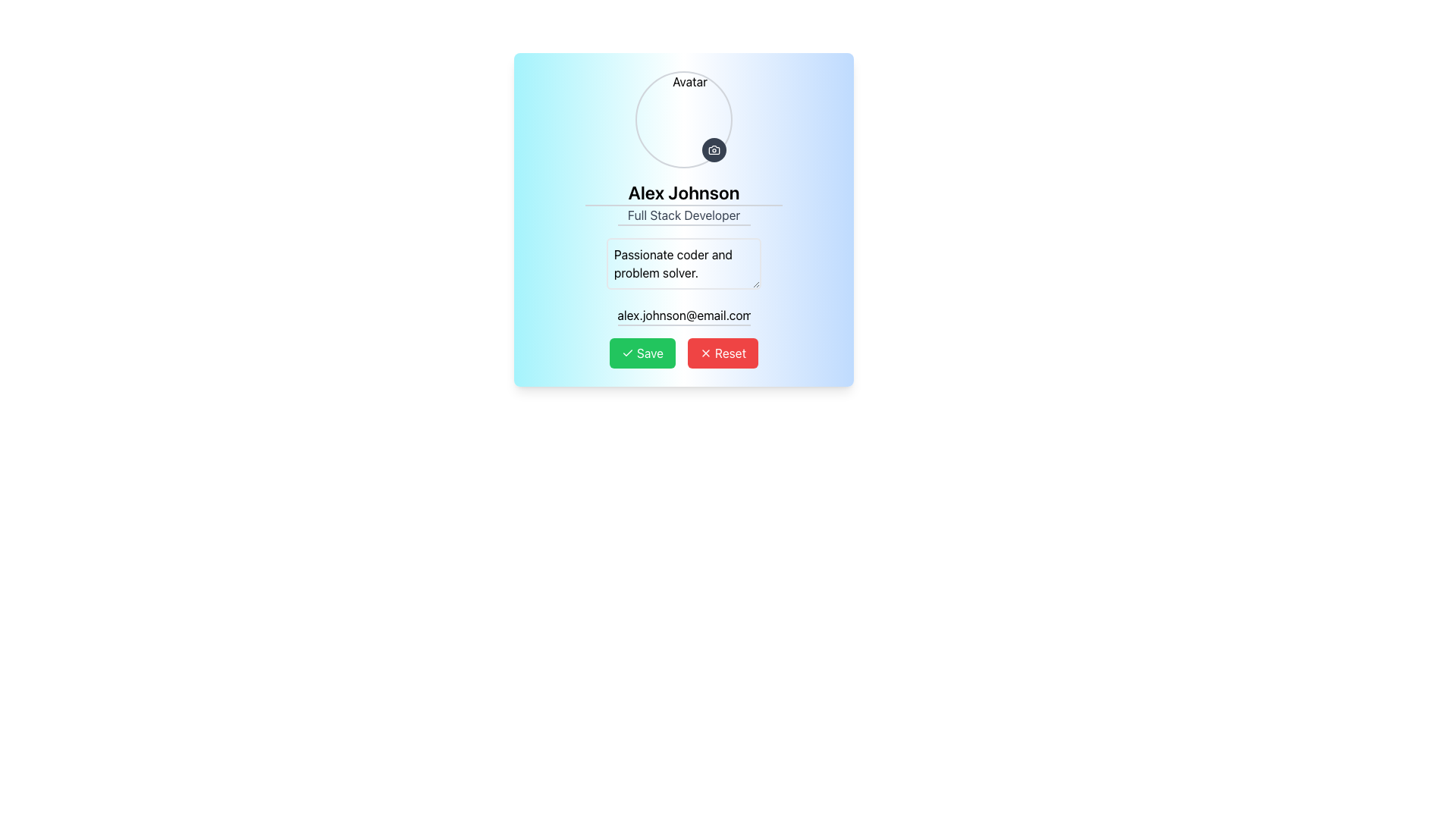 This screenshot has height=819, width=1456. I want to click on the check mark icon located inside the green 'Save' button to confirm an action, so click(627, 353).